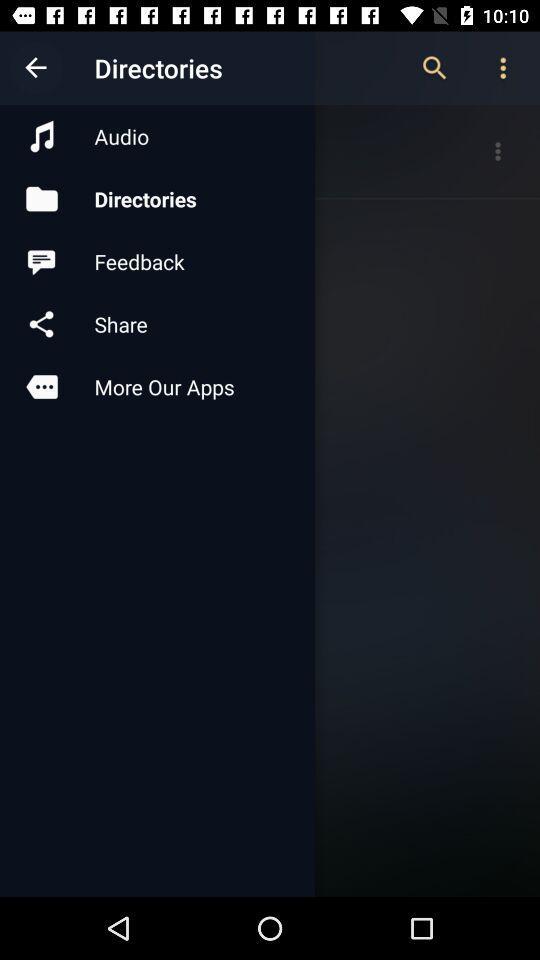 The image size is (540, 960). Describe the element at coordinates (156, 135) in the screenshot. I see `the item above directories` at that location.